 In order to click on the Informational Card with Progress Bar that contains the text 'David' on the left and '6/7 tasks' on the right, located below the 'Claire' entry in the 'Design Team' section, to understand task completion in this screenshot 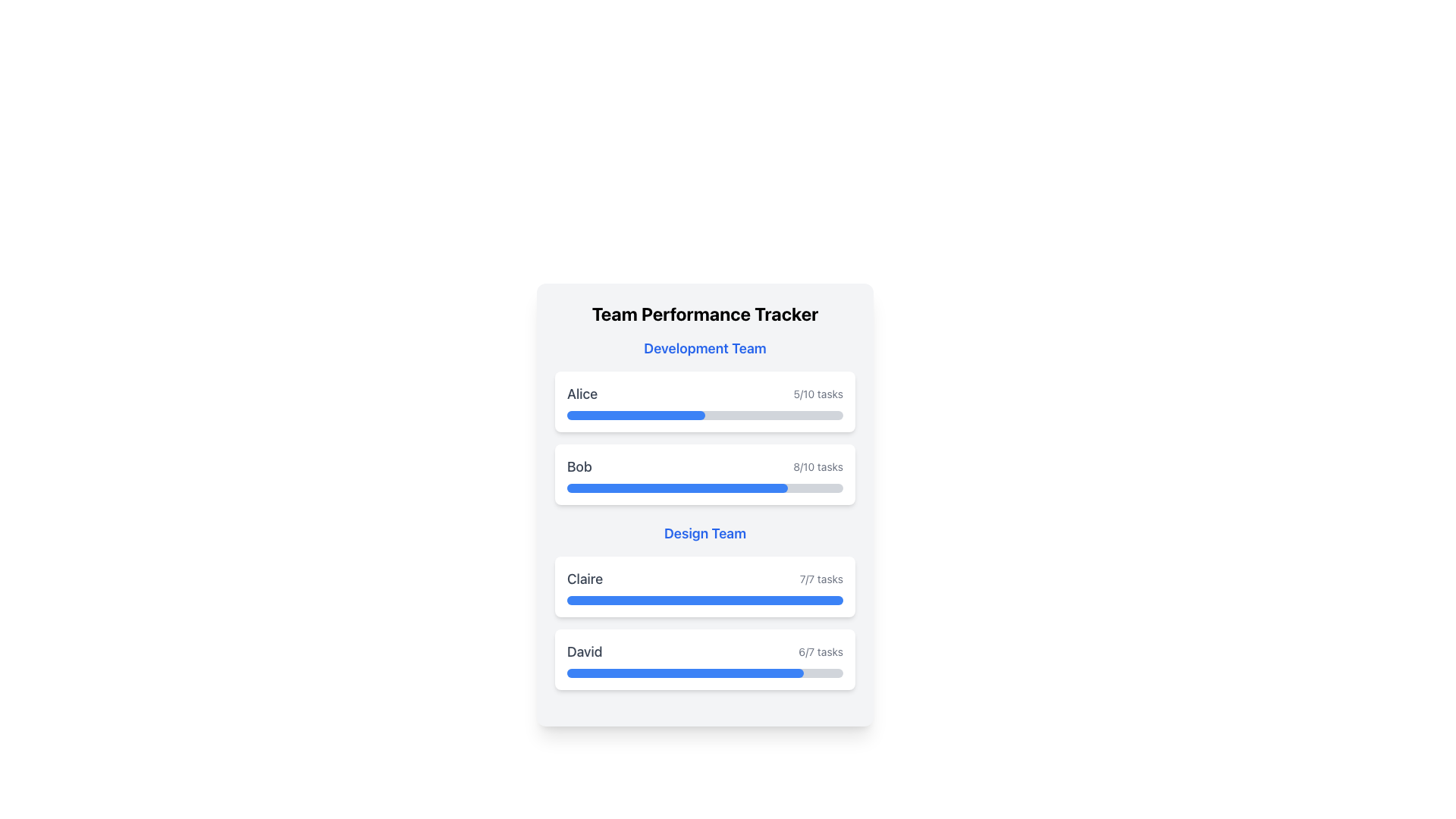, I will do `click(704, 659)`.